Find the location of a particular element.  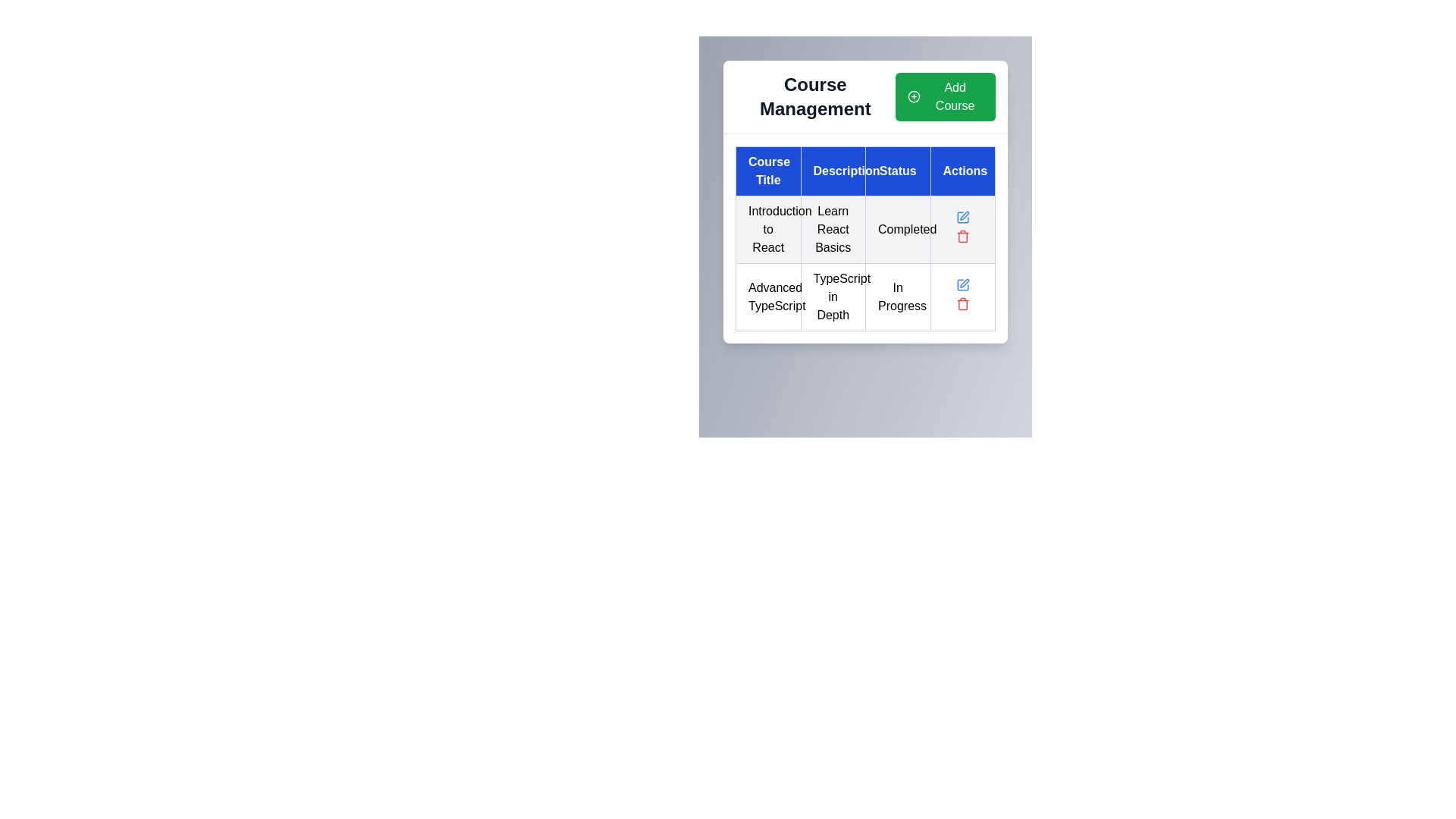

the edit button (icon-based) in the 'Actions' column of the table for the 'Advanced TypeScript' row to initiate the edit action is located at coordinates (962, 284).